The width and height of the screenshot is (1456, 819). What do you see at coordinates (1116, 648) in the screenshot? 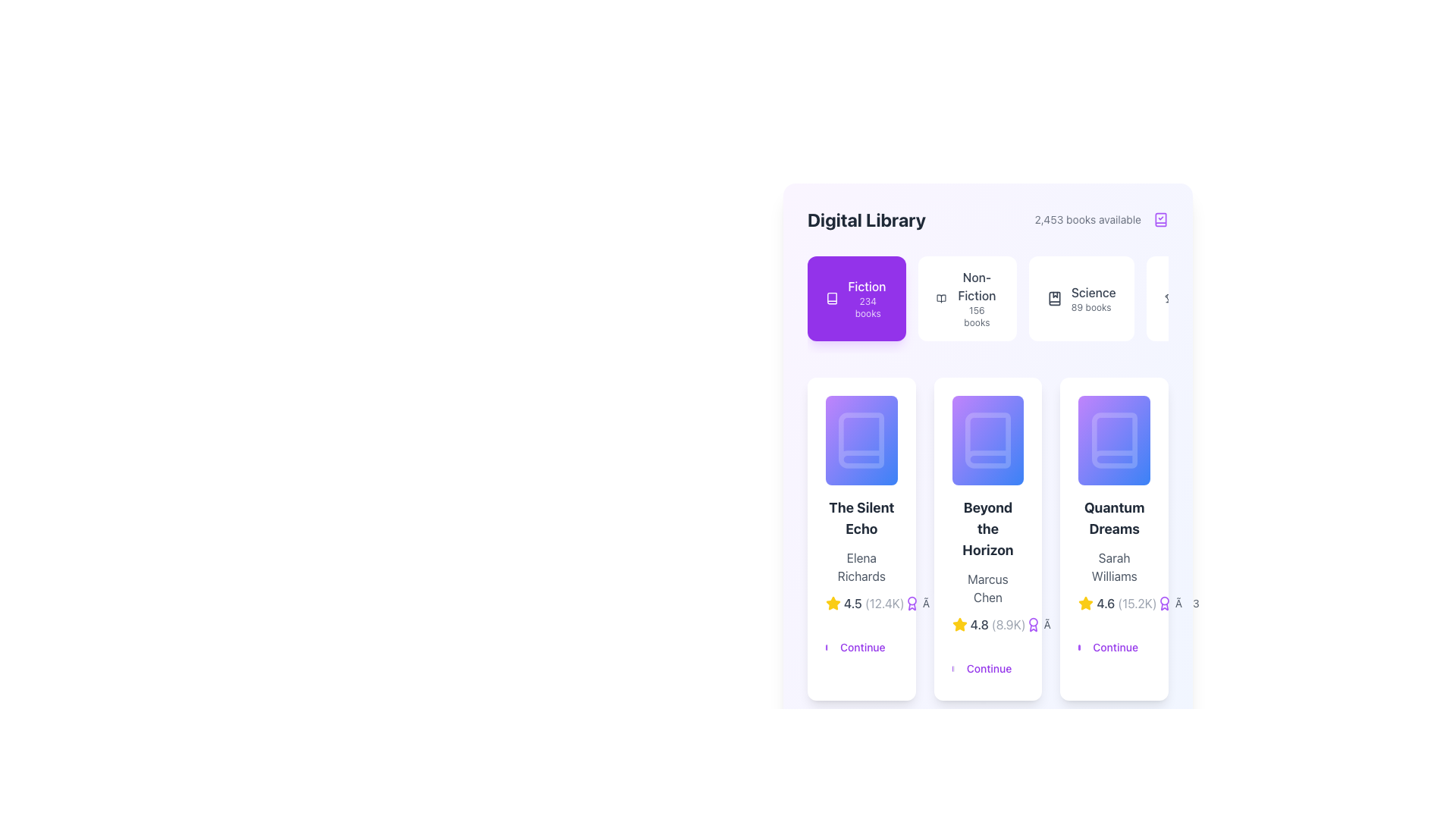
I see `the interactive text labeled 'Continue', styled in purple on a white background, located at the bottom right of the 'Quantum Dreams' content card, which is the third button from the left among similar buttons` at bounding box center [1116, 648].